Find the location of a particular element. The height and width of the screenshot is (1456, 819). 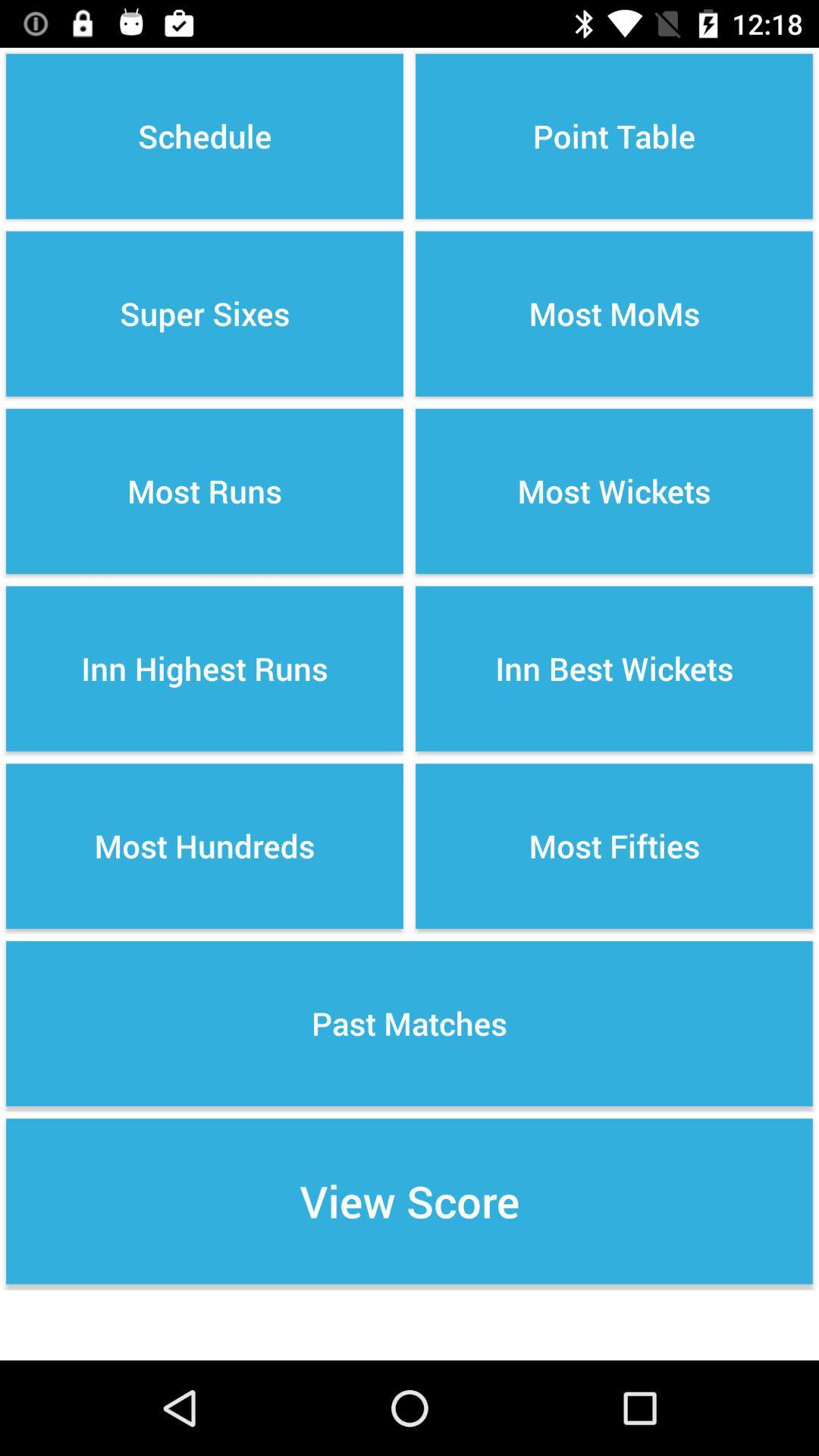

icon above the past matches is located at coordinates (614, 846).